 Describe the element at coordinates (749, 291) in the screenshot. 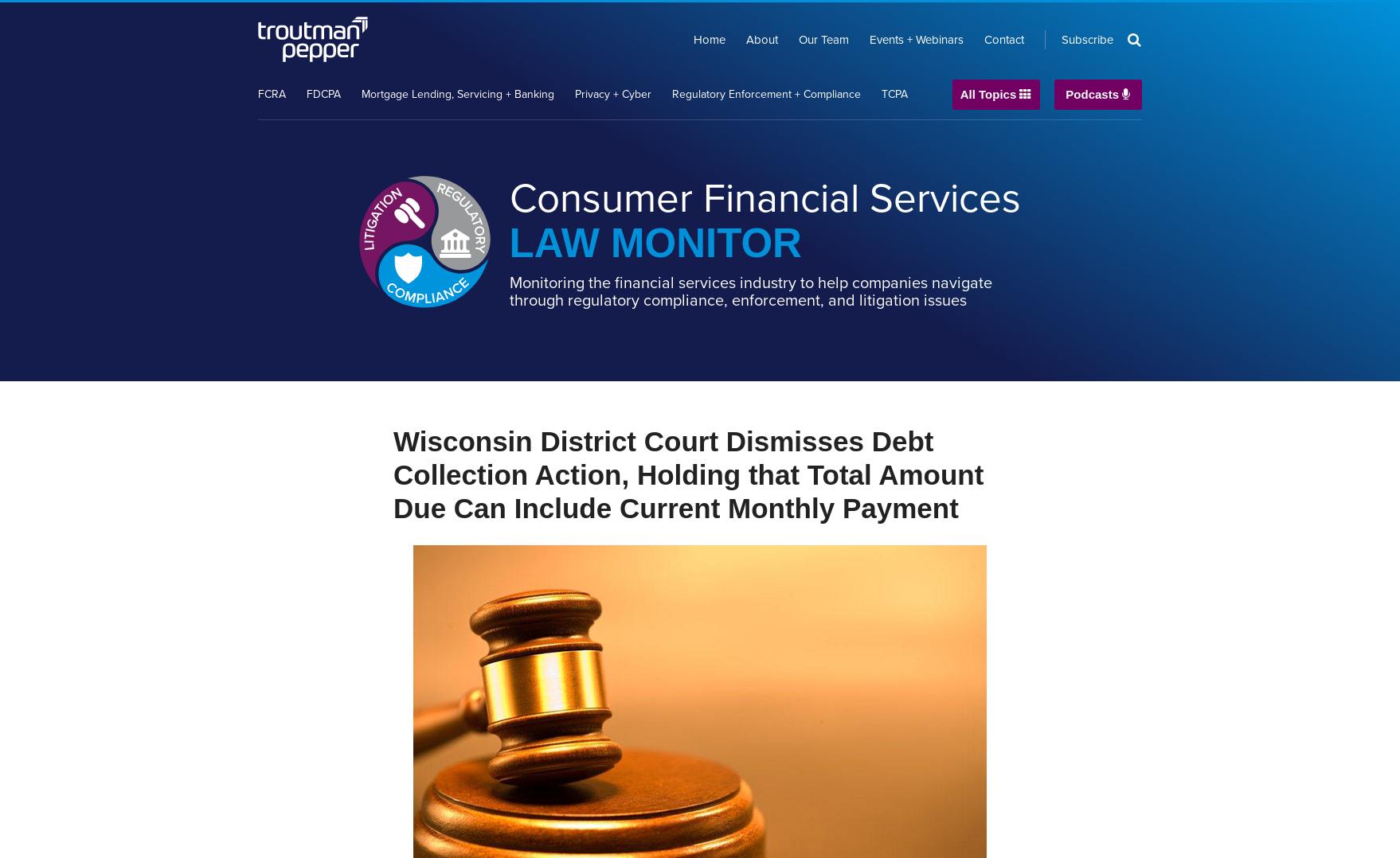

I see `'Monitoring the financial services industry to help companies navigate through regulatory compliance, enforcement, and litigation issues'` at that location.